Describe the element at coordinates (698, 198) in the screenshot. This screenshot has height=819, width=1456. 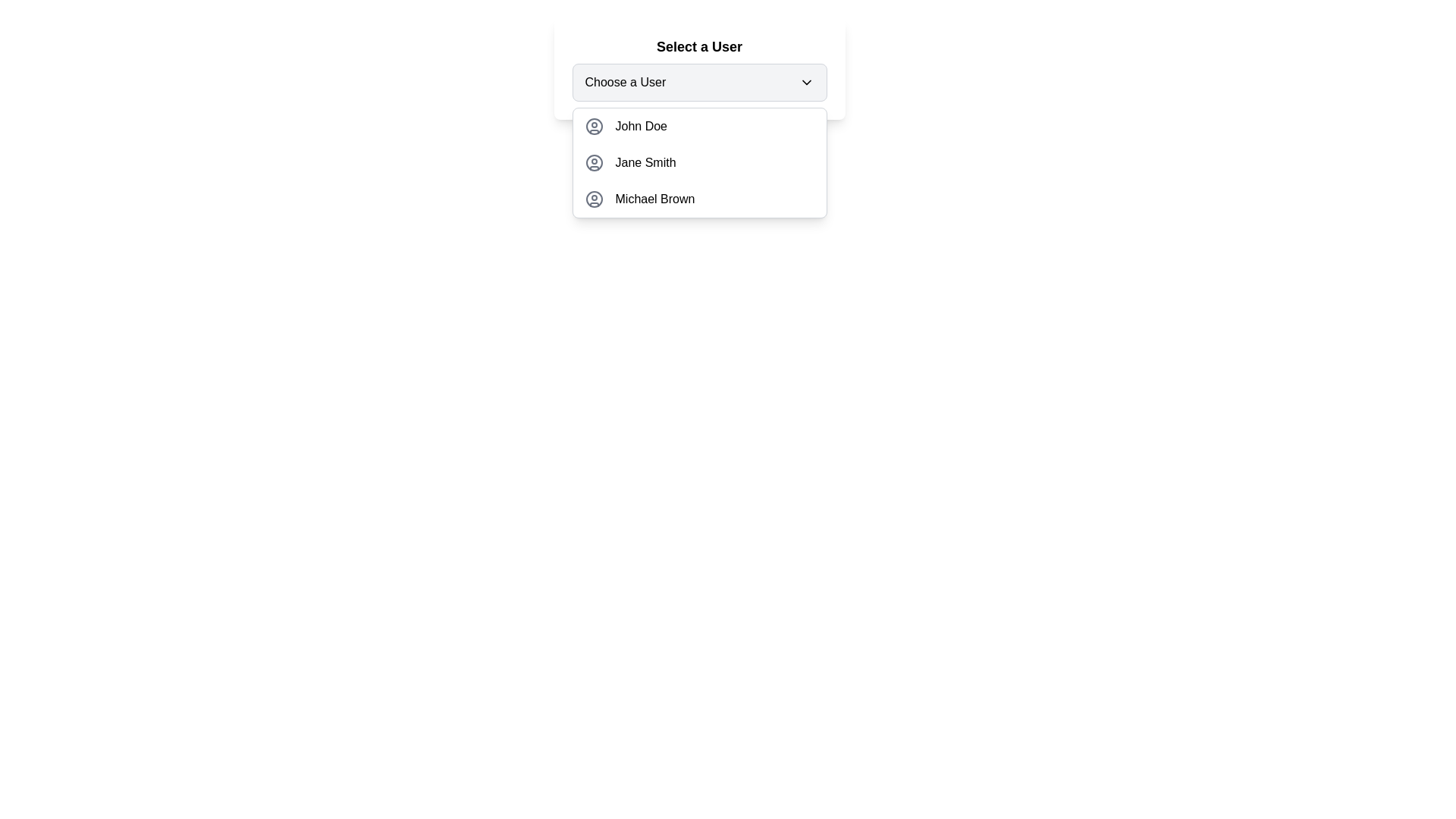
I see `the dropdown menu item displaying 'Michael Brown', which is the third option in the list below 'Select a User'` at that location.